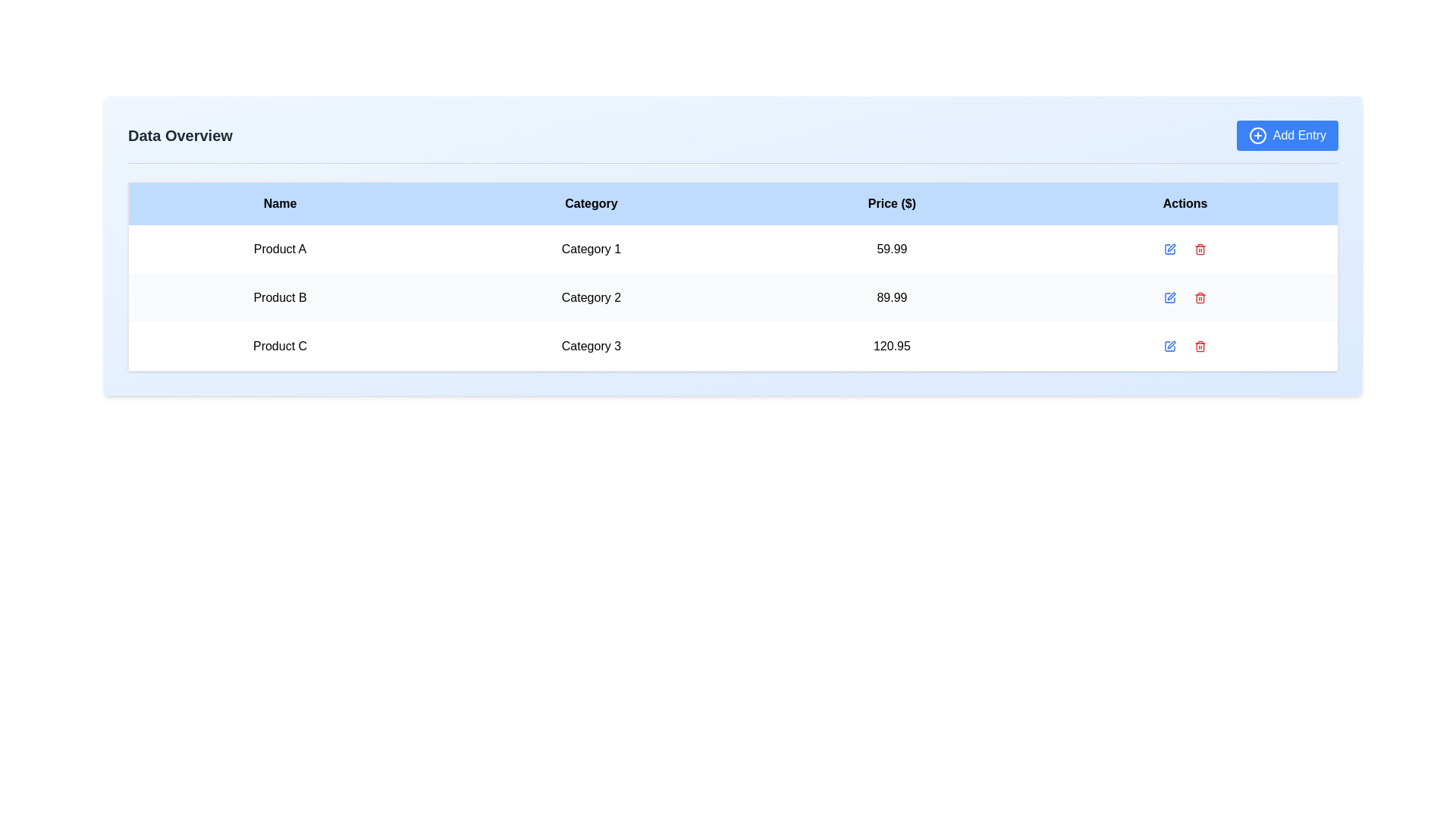 This screenshot has height=819, width=1456. I want to click on the 'Edit' icon button located in the 'Actions' column of the first row in the data table to change its color, indicating interactivity, so click(1169, 248).